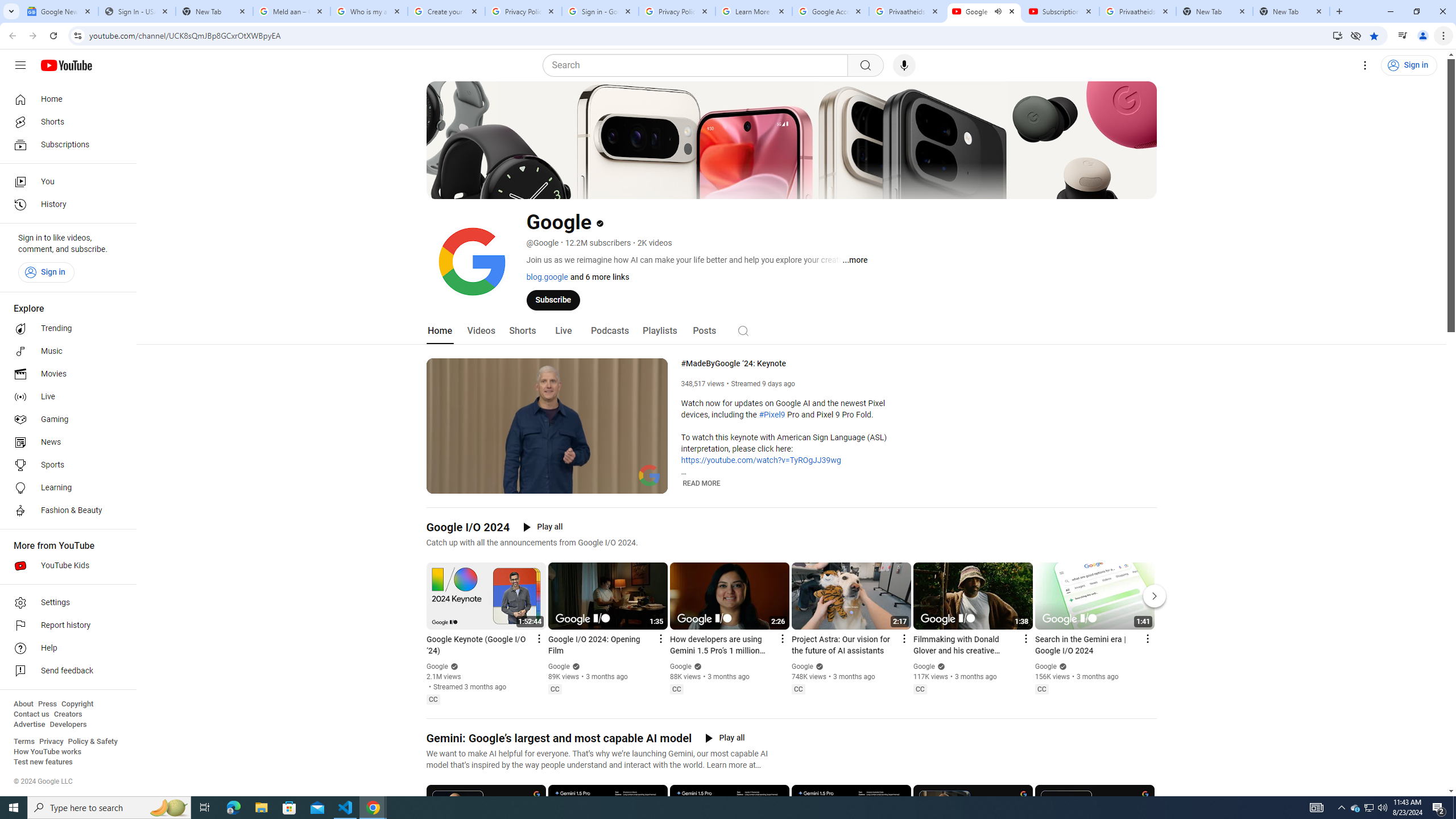 The width and height of the screenshot is (1456, 819). I want to click on 'Advertise', so click(28, 723).